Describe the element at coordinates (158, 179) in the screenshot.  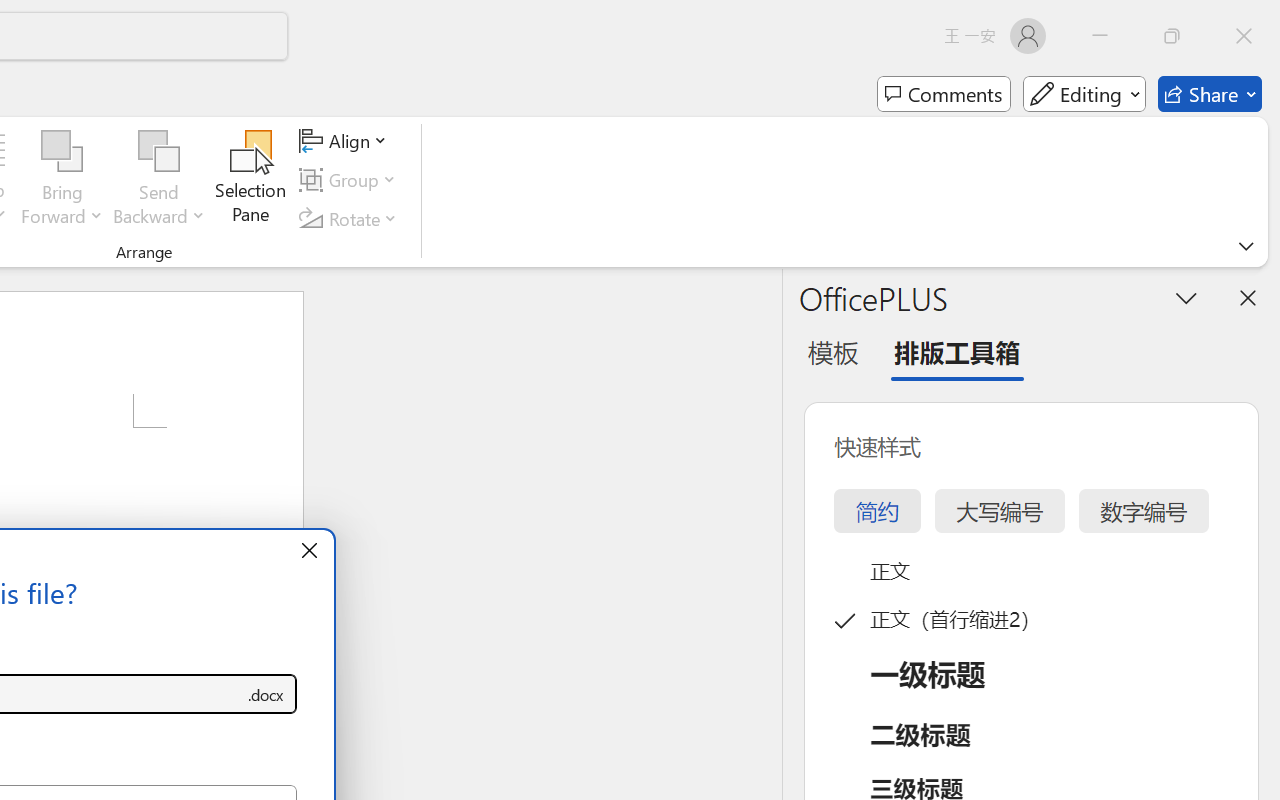
I see `'Send Backward'` at that location.